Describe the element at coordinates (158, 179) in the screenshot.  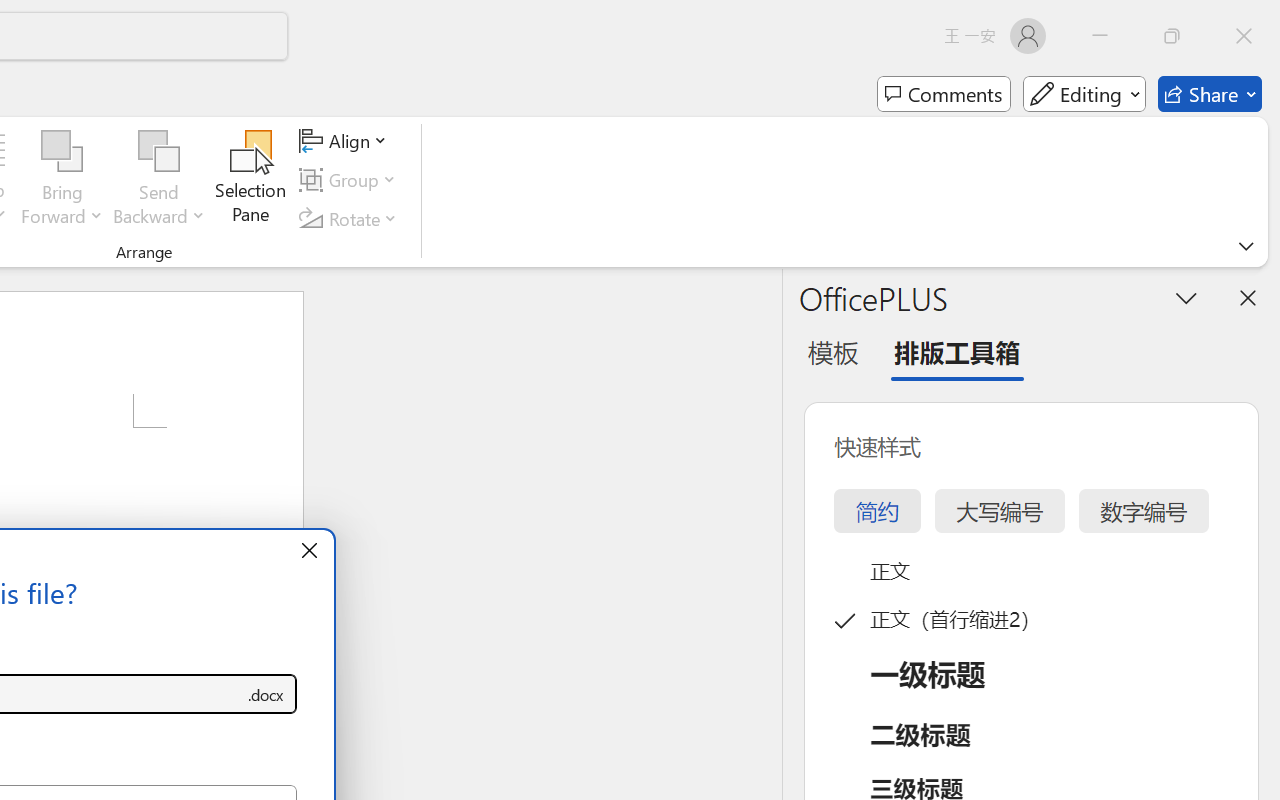
I see `'Send Backward'` at that location.